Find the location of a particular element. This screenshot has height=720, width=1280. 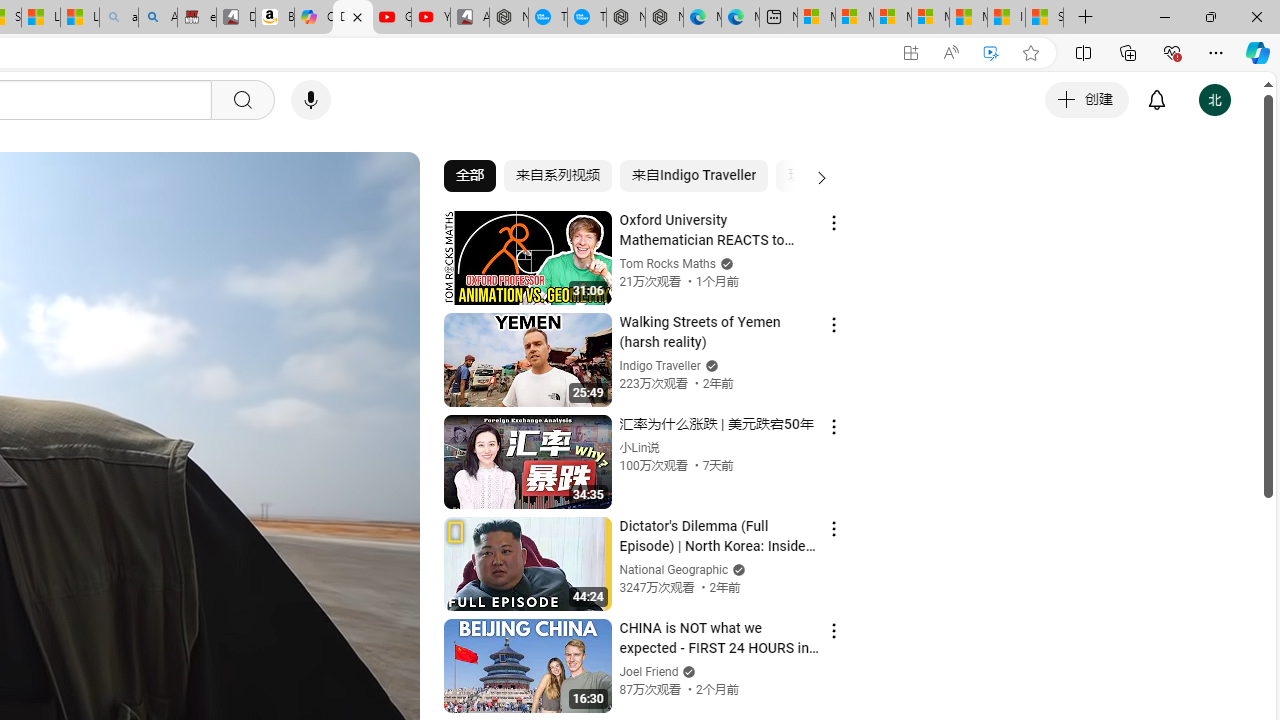

'Nordace - My Account' is located at coordinates (509, 17).